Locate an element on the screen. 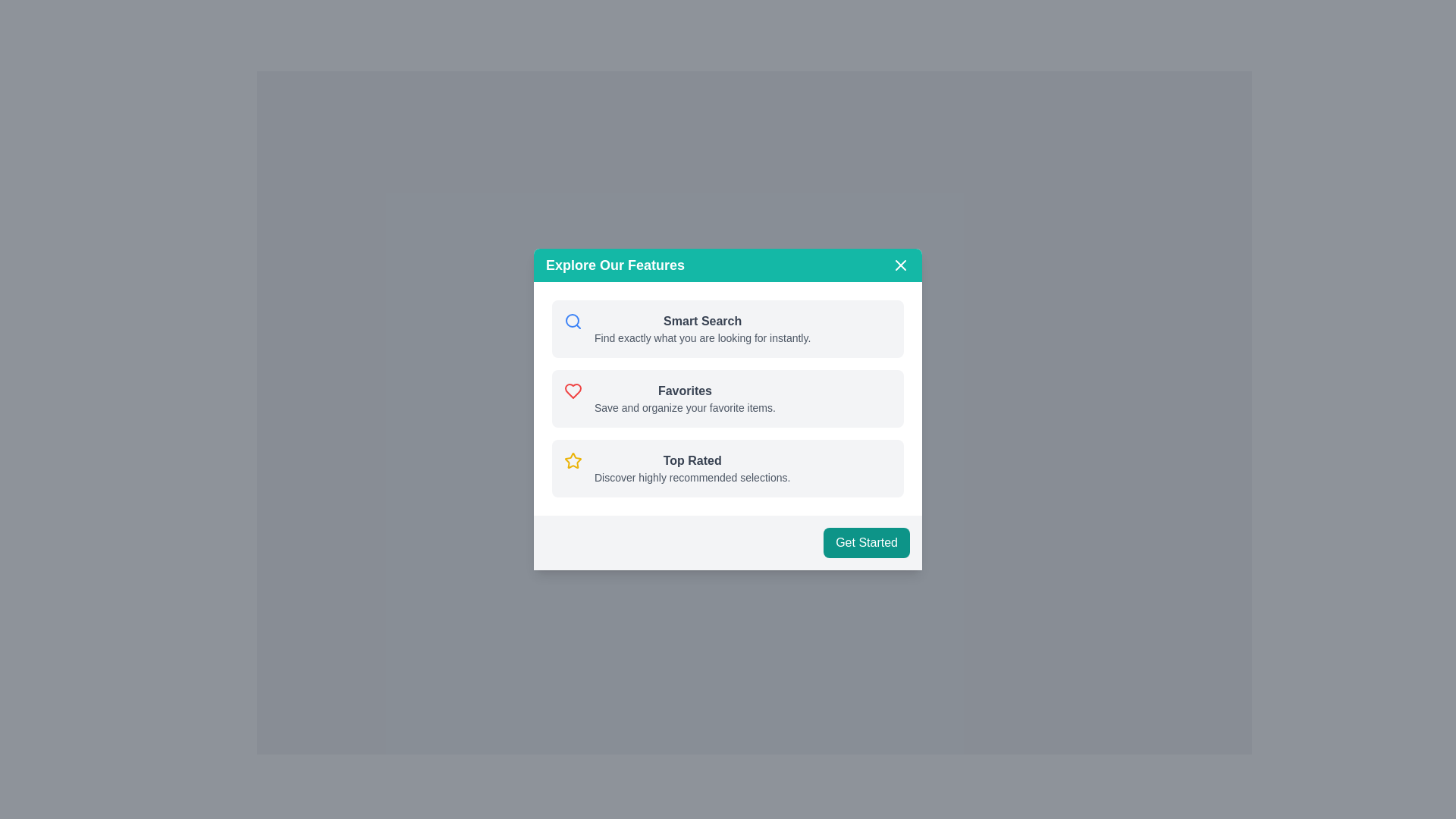 Image resolution: width=1456 pixels, height=819 pixels. the small 'X' icon styled as a close button located at the top-right corner of the teal-colored modal header is located at coordinates (901, 265).